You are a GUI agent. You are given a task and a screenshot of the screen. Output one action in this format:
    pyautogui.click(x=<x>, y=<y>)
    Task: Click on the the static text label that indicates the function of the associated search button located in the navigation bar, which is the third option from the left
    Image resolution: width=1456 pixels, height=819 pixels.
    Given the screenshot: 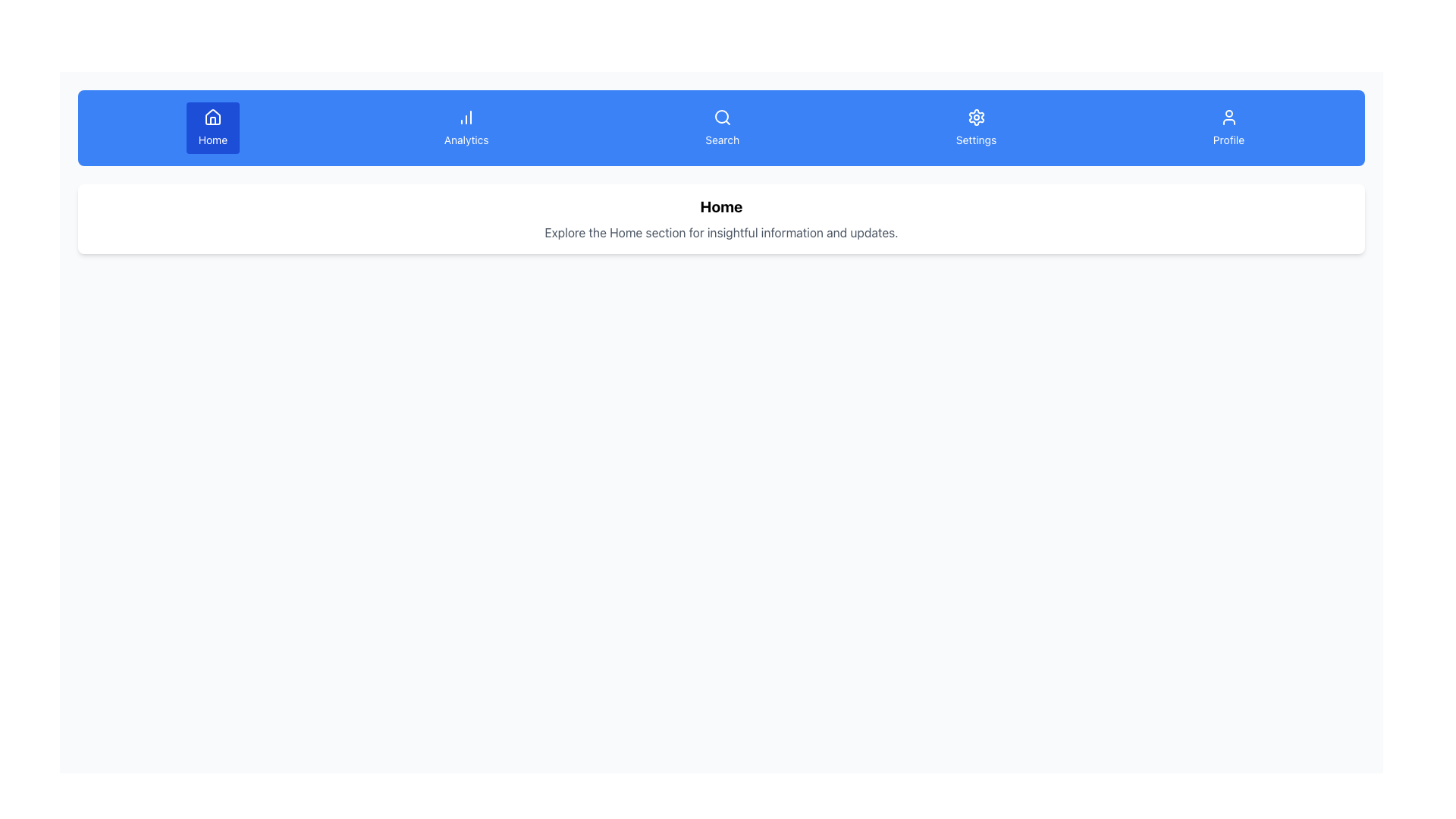 What is the action you would take?
    pyautogui.click(x=721, y=140)
    